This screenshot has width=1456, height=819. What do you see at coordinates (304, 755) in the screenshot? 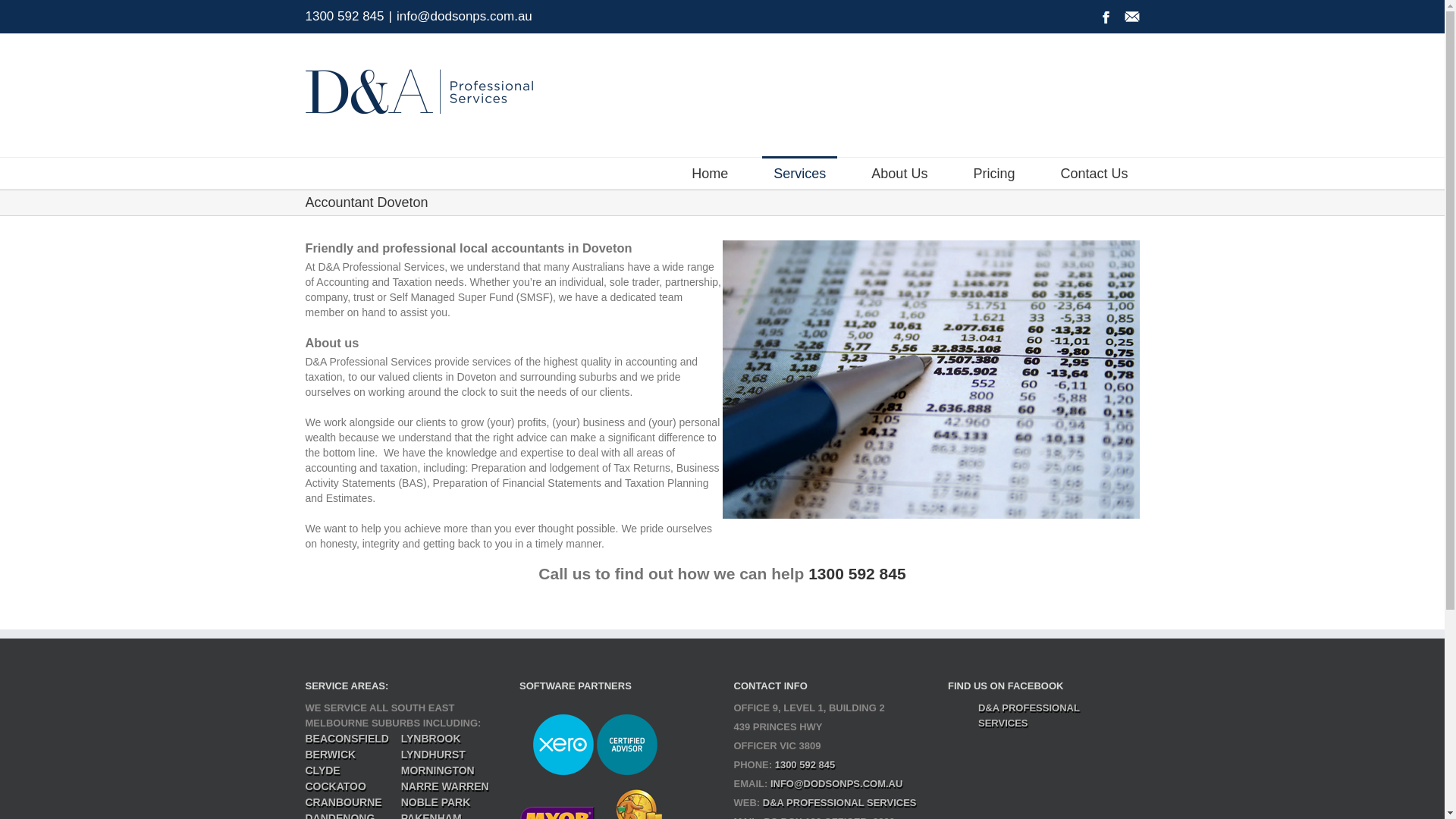
I see `'BERWICK'` at bounding box center [304, 755].